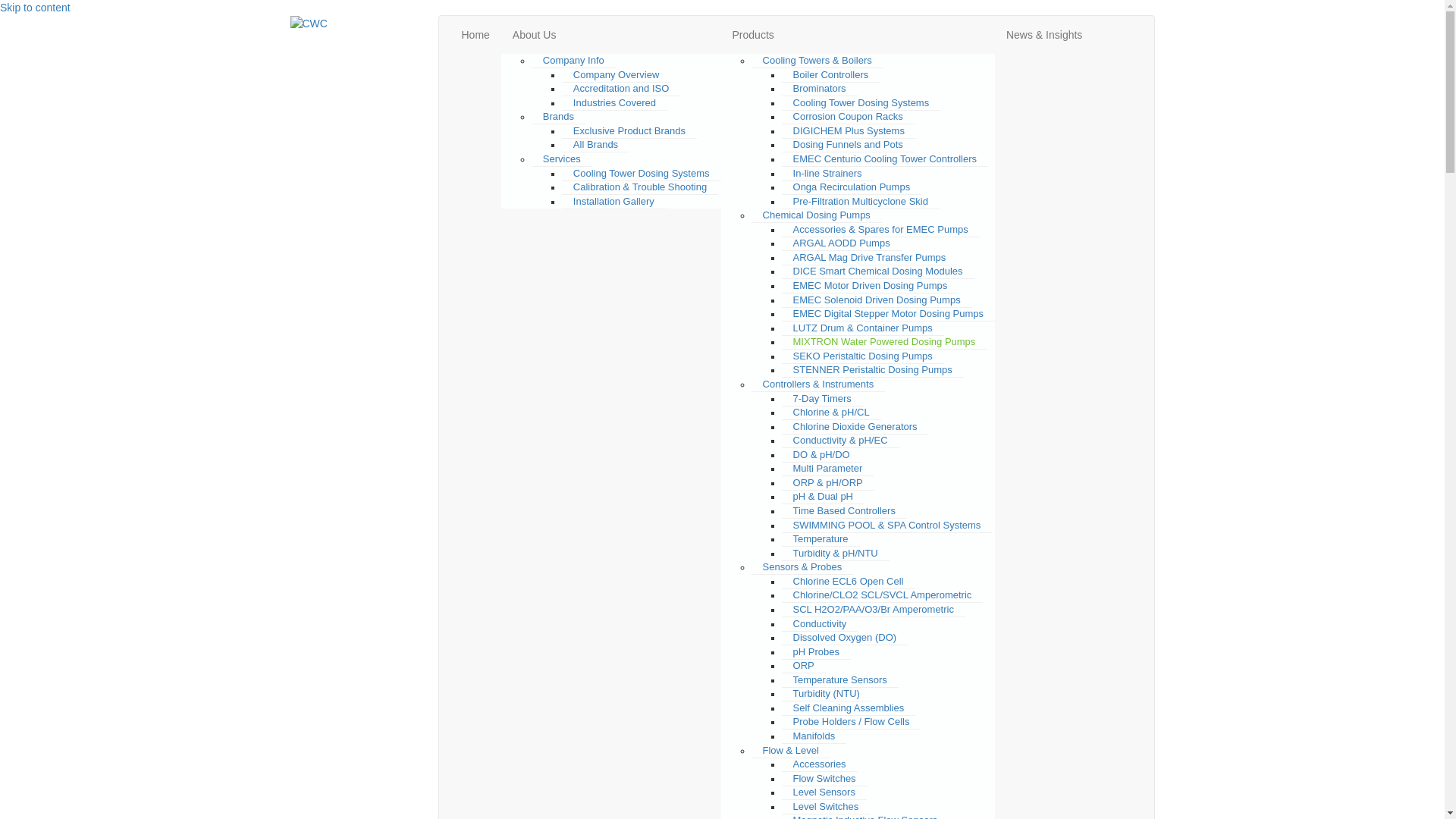 The height and width of the screenshot is (819, 1456). I want to click on 'Dissolved Oxygen (DO)', so click(844, 637).